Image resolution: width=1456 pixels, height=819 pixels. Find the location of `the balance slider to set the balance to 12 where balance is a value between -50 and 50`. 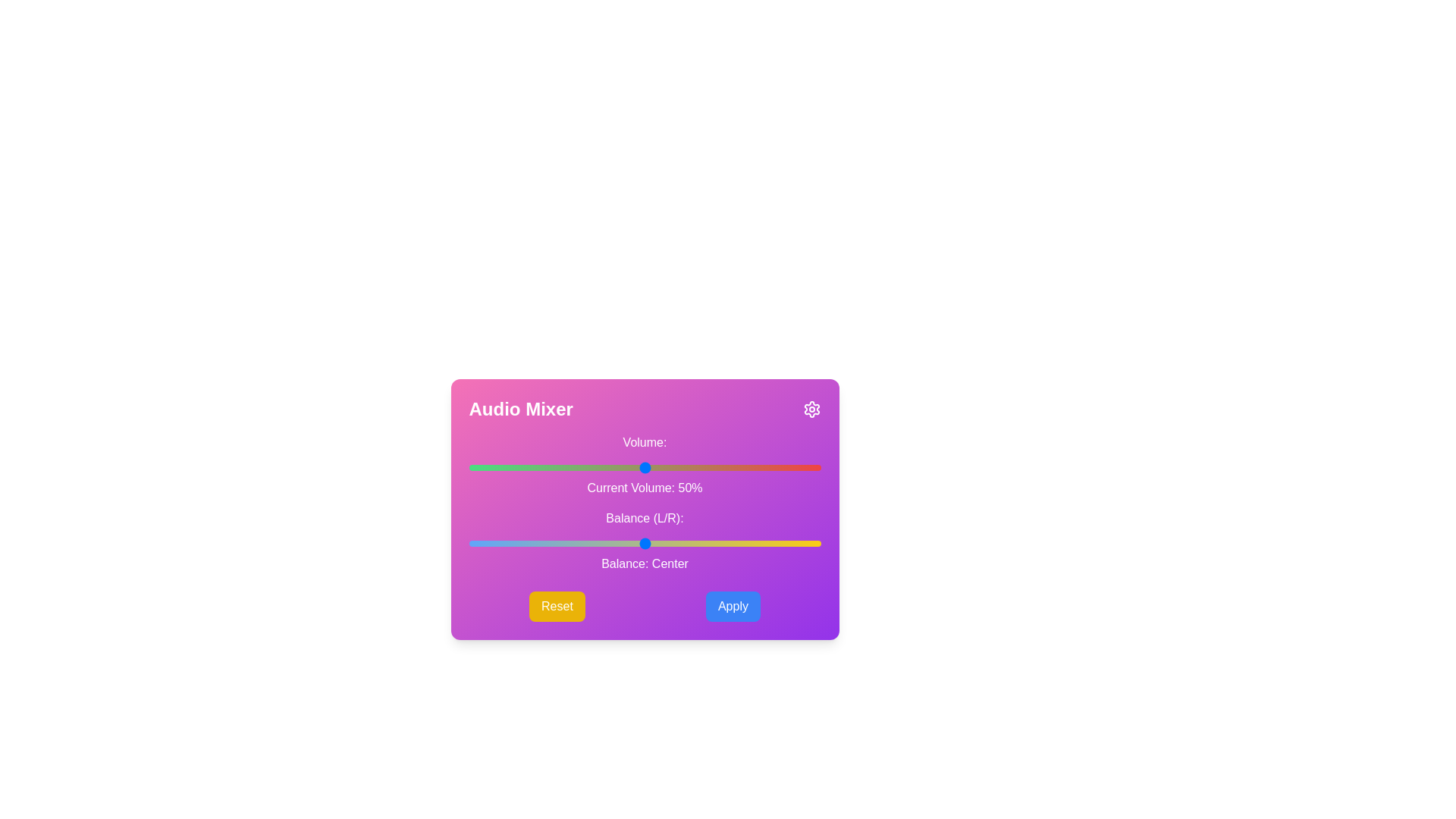

the balance slider to set the balance to 12 where balance is a value between -50 and 50 is located at coordinates (686, 543).